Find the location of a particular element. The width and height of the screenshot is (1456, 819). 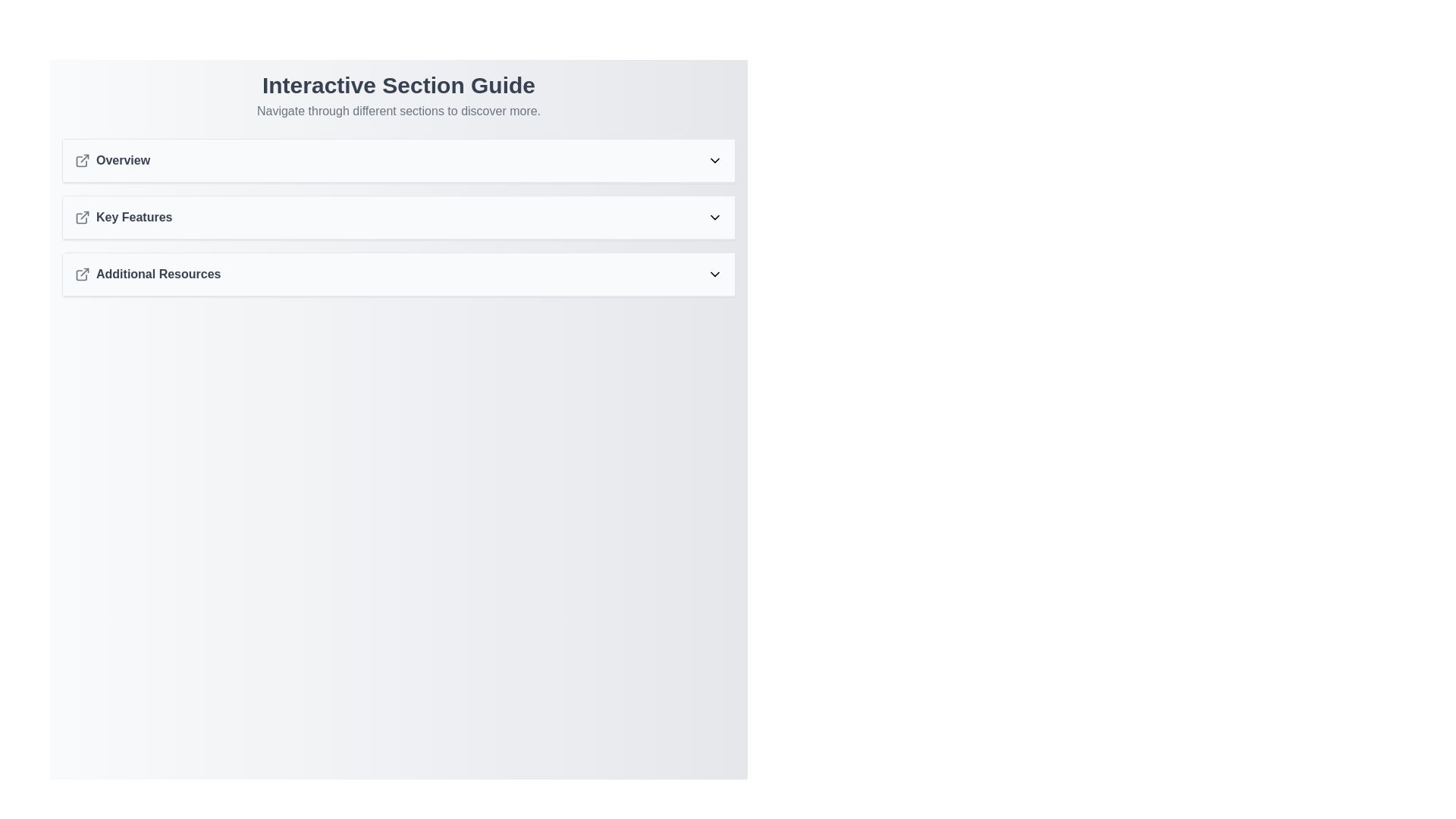

the Menu item with an icon for navigating to additional resources located in the 'Interactive Section Guide', which is the third entry under 'Overview' and 'Key Features' is located at coordinates (148, 275).